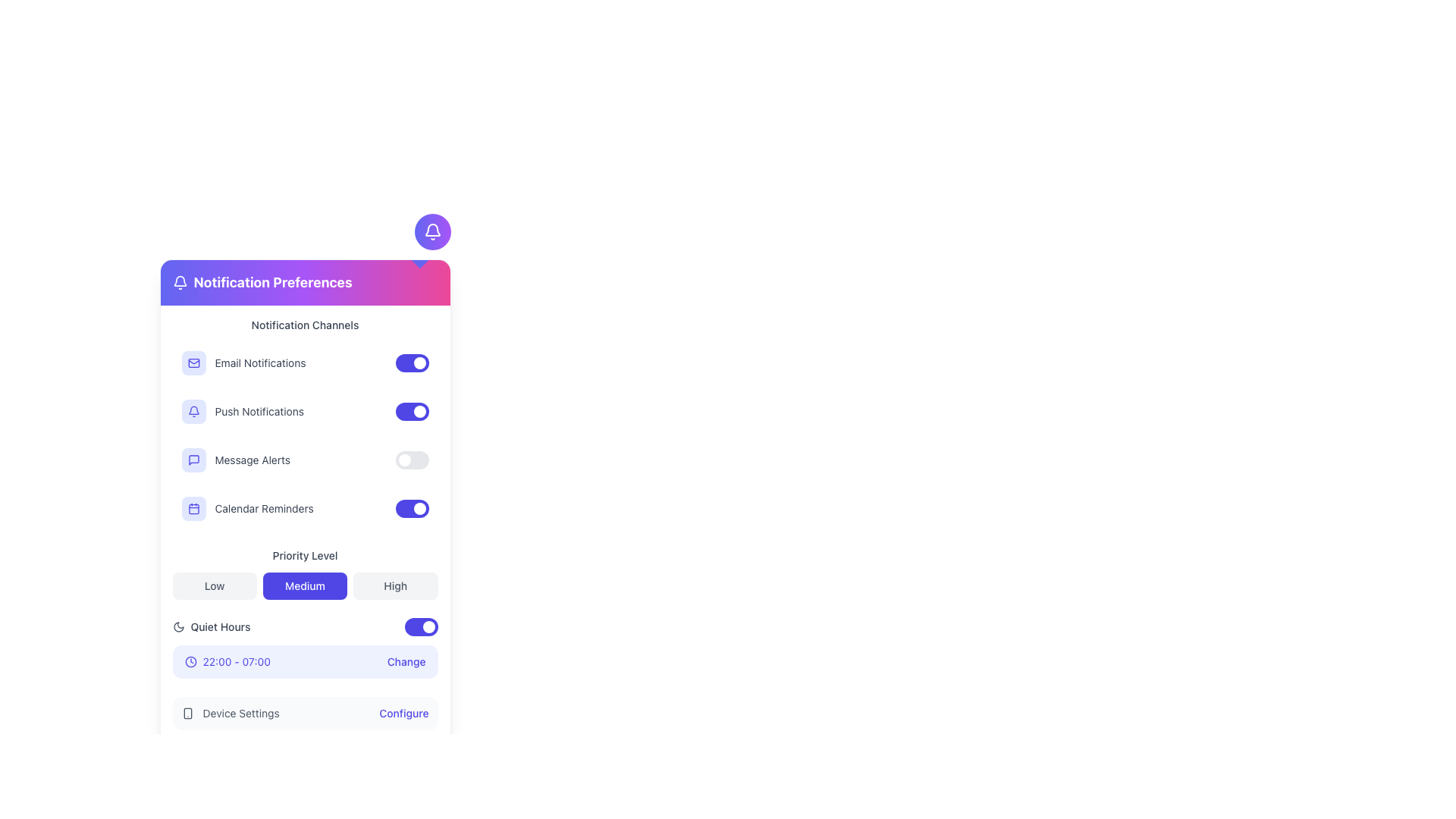 The width and height of the screenshot is (1456, 819). I want to click on the toggle switch for the 'Push Notifications' setting item to switch its state, so click(304, 412).